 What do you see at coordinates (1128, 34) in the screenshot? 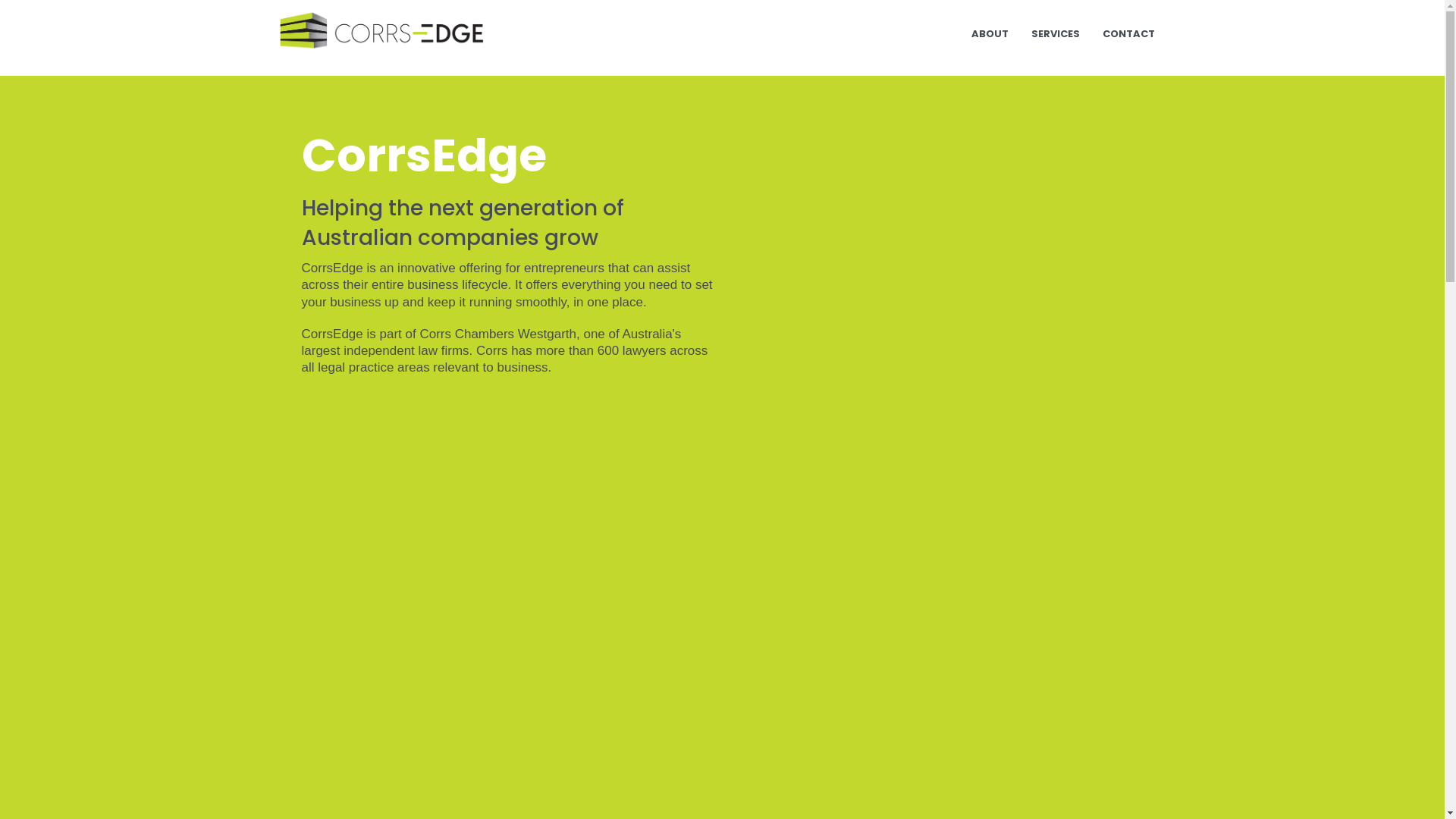
I see `'CONTACT'` at bounding box center [1128, 34].